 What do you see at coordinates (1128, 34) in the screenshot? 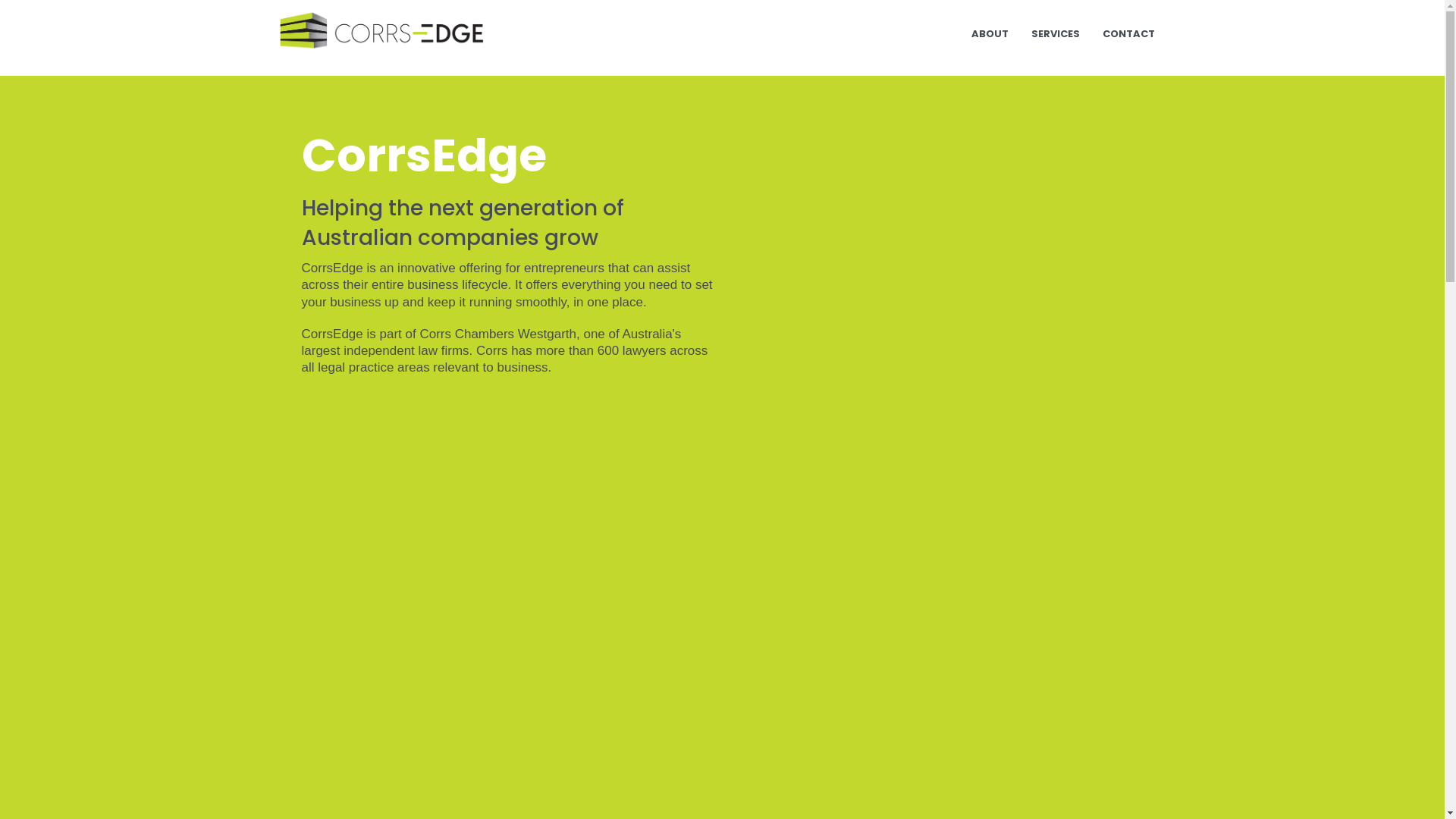
I see `'CONTACT'` at bounding box center [1128, 34].